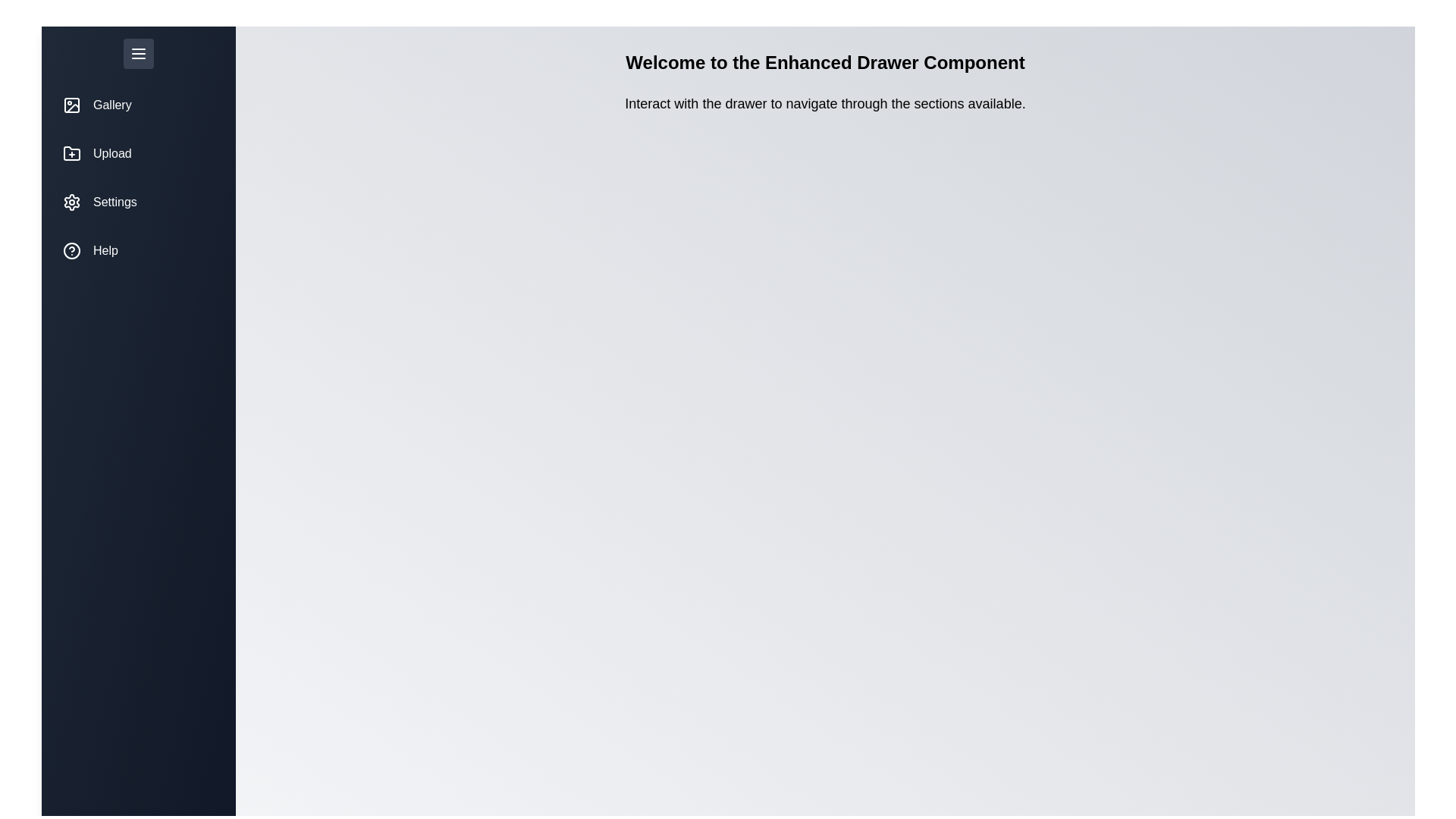 The height and width of the screenshot is (819, 1456). Describe the element at coordinates (138, 154) in the screenshot. I see `the section Upload to observe hover effects` at that location.